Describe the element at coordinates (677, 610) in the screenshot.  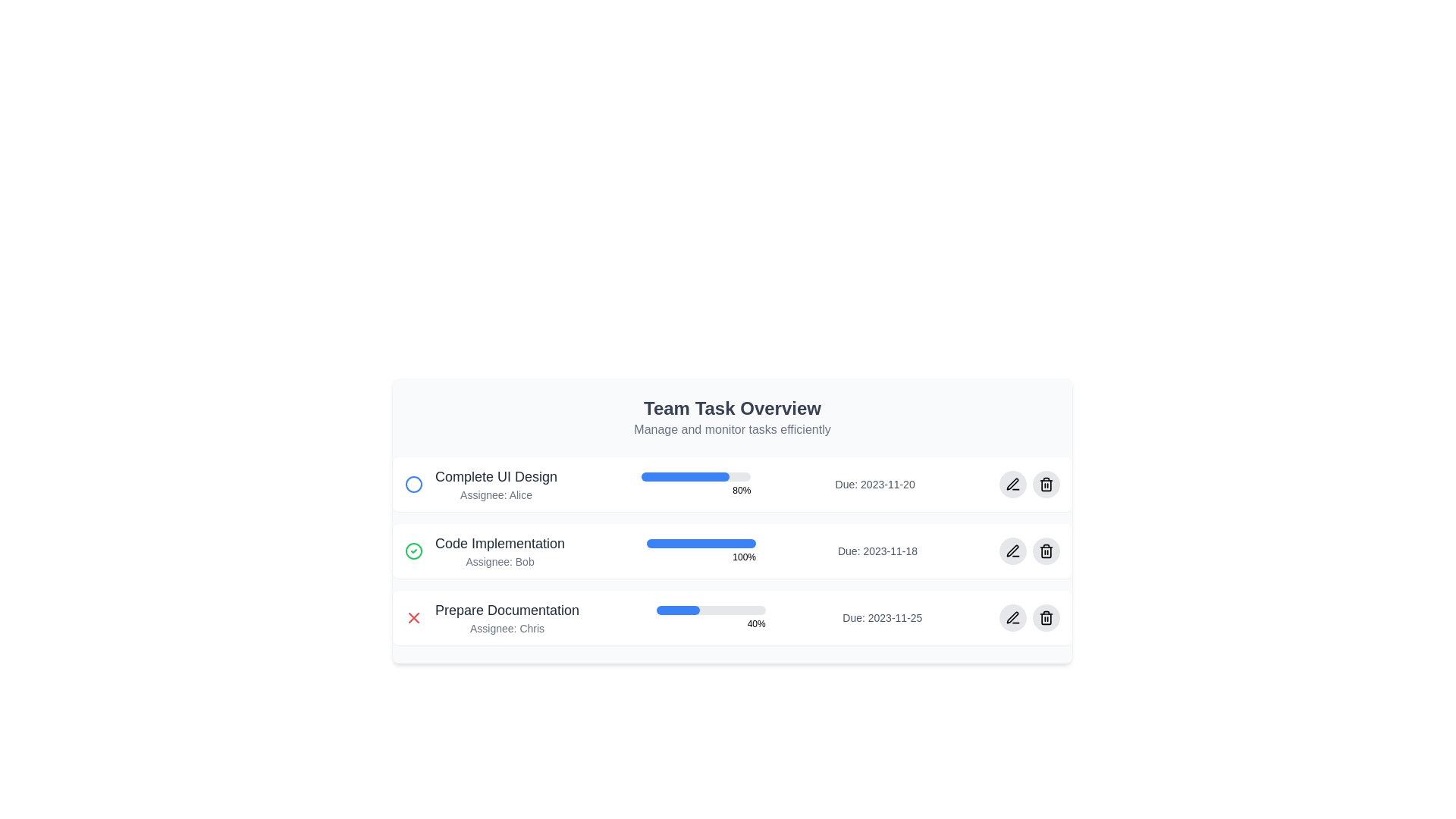
I see `filled segment of the progress bar for the task 'Prepare Documentation' located in the third row of the task list` at that location.